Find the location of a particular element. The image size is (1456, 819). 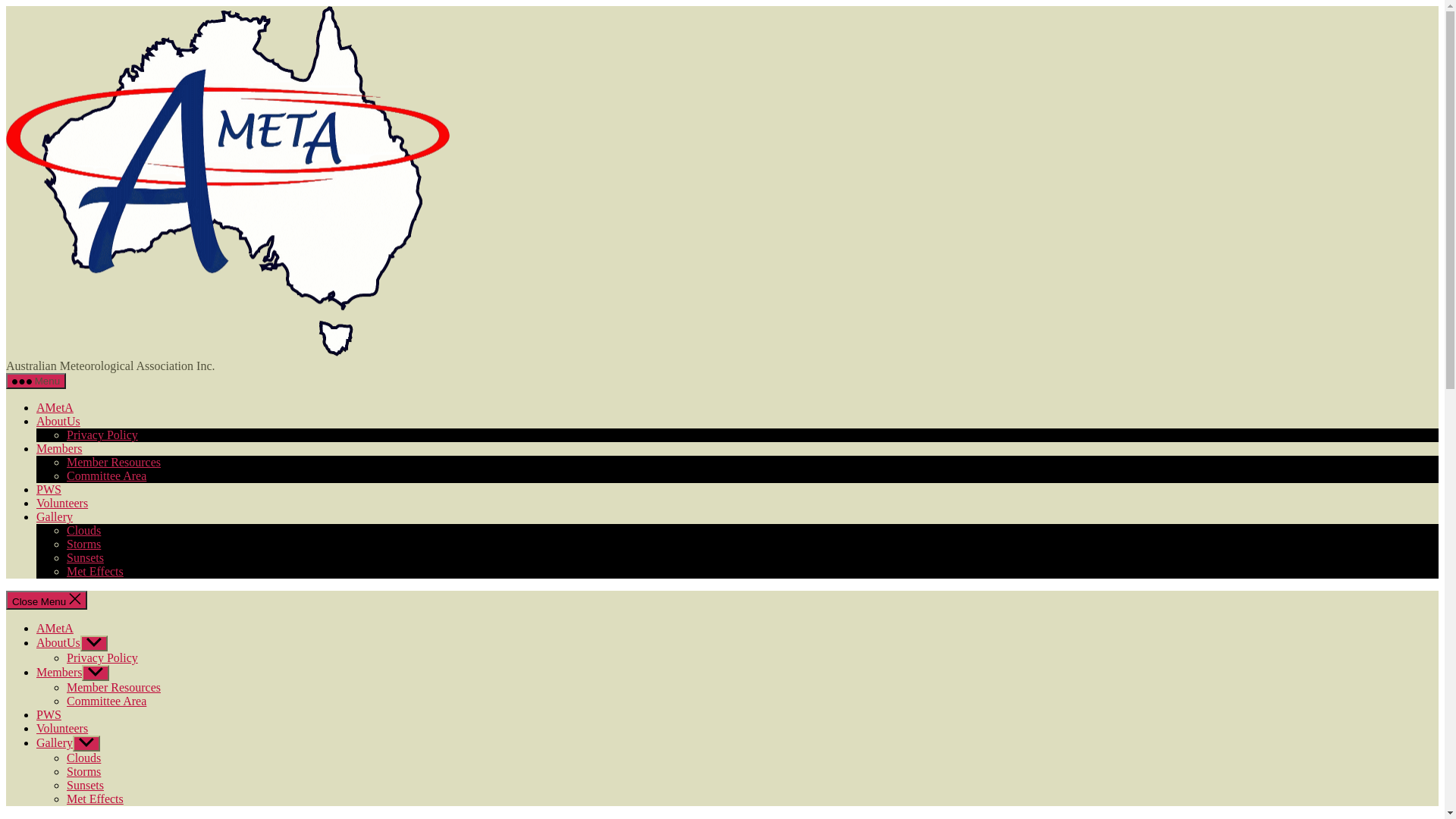

'Members' is located at coordinates (58, 447).